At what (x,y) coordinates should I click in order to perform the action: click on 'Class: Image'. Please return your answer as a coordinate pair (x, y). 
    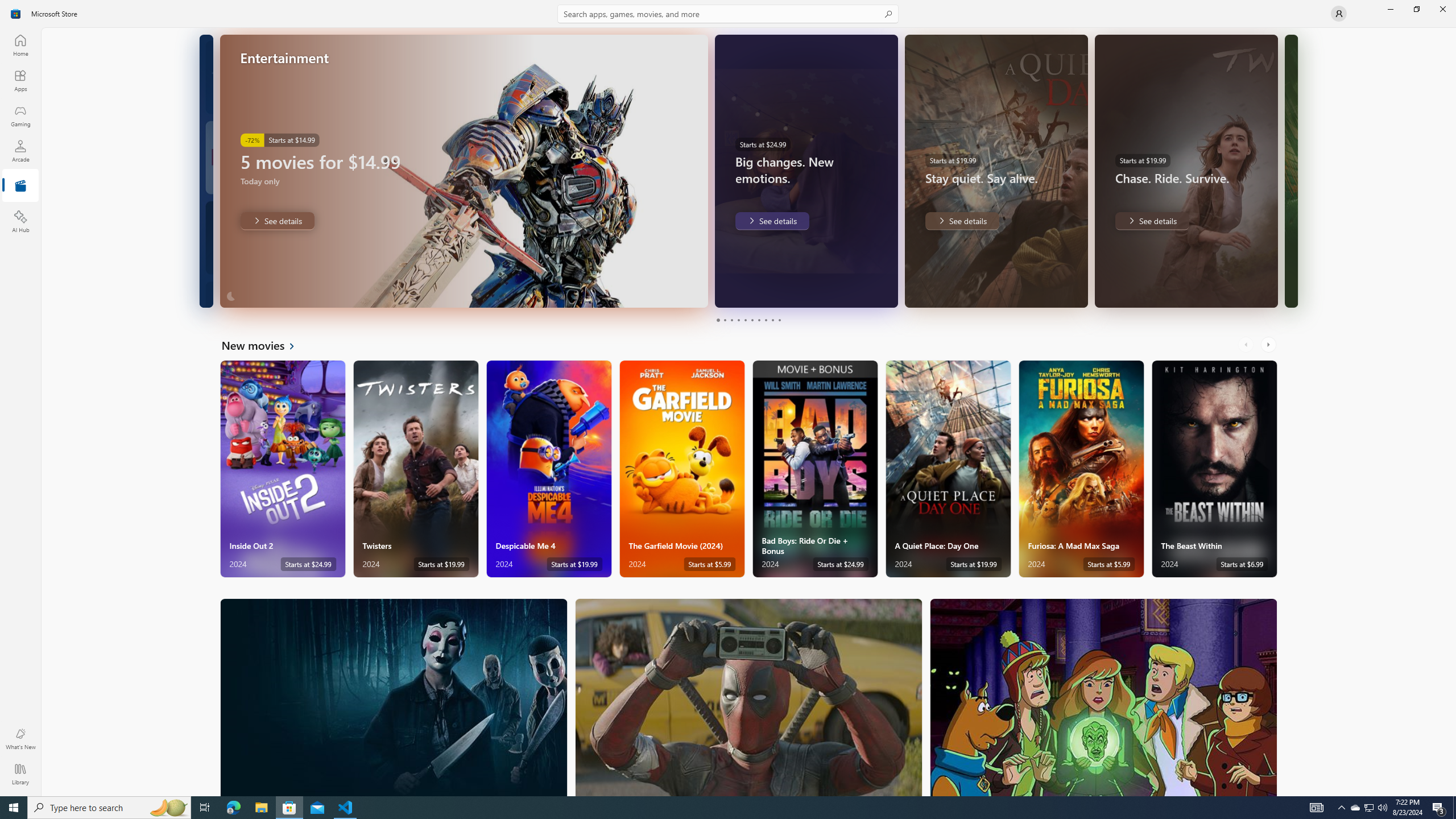
    Looking at the image, I should click on (16, 13).